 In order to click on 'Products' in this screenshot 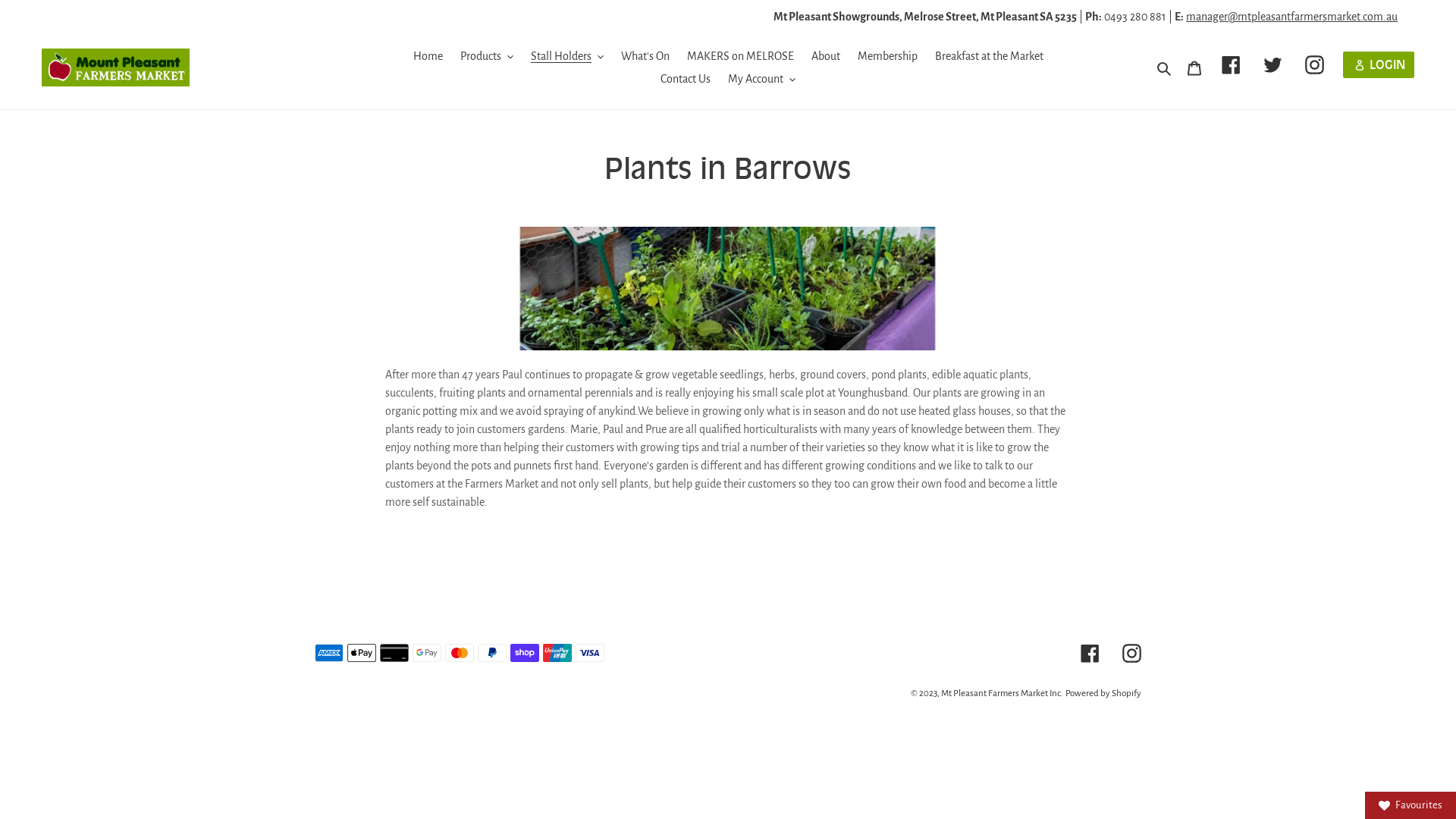, I will do `click(486, 55)`.